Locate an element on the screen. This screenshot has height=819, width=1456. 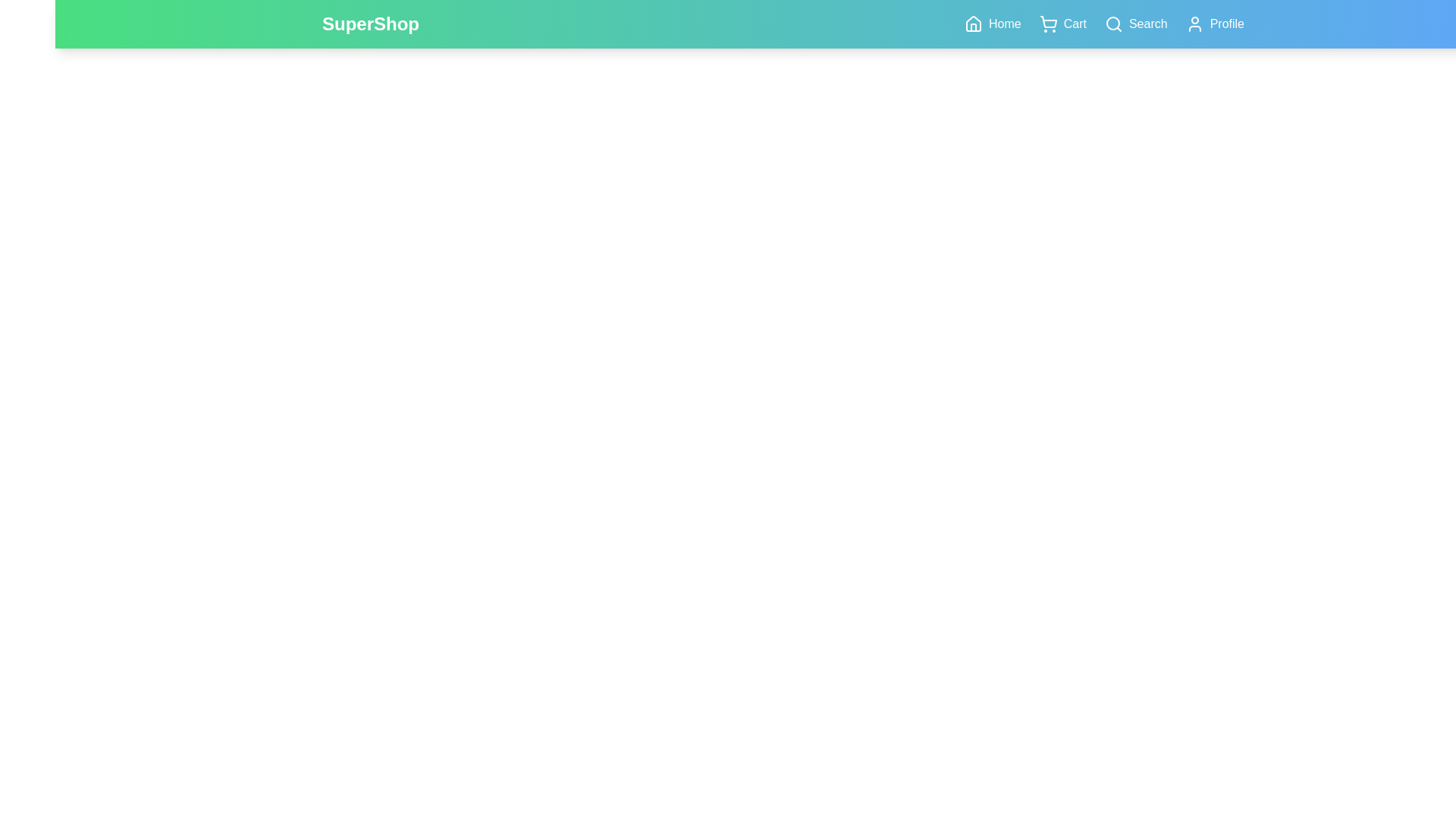
the search icon located to the left of the 'Search' label in the top navigation bar is located at coordinates (1113, 24).